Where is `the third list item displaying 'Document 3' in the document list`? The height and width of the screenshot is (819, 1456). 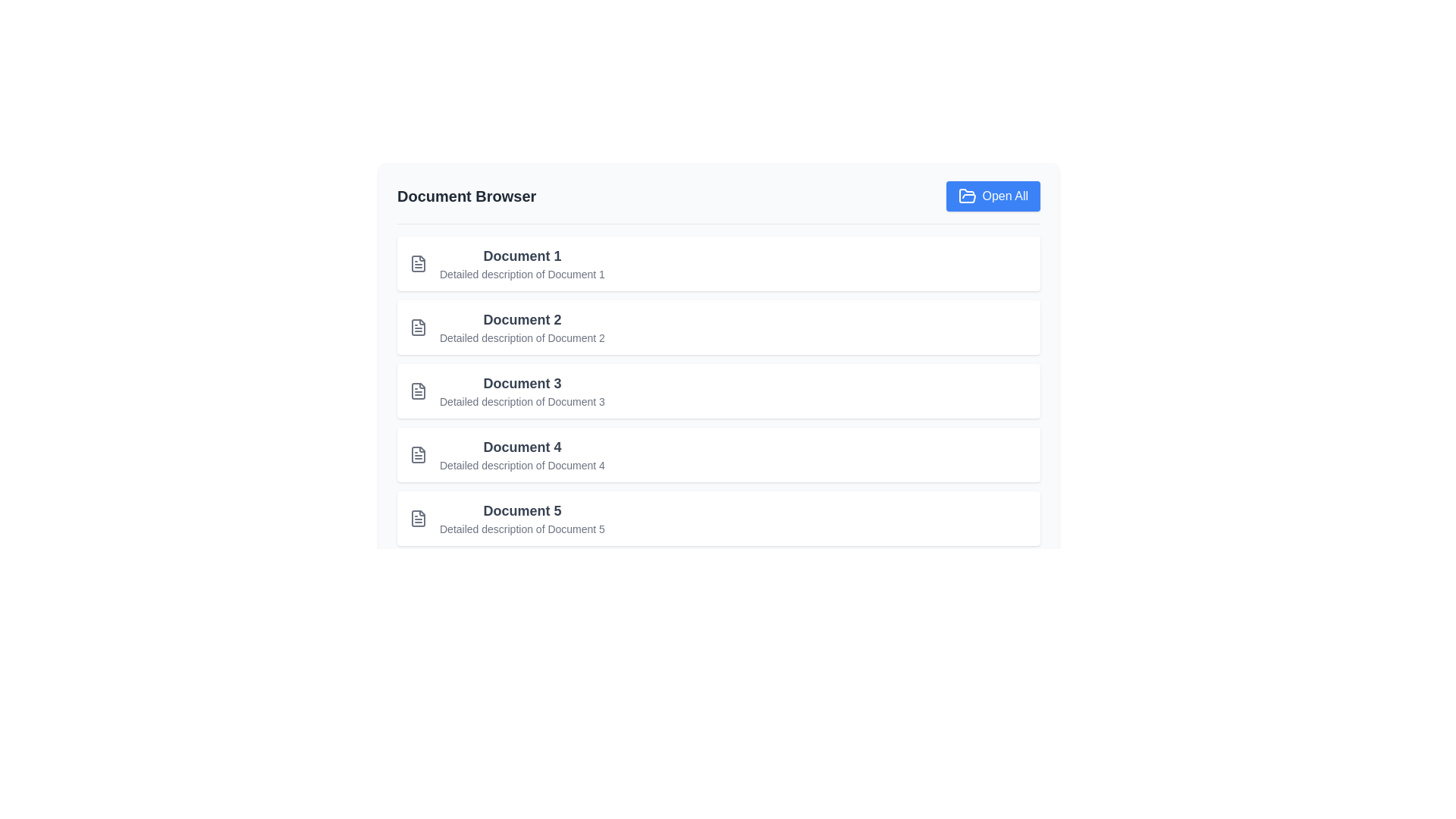
the third list item displaying 'Document 3' in the document list is located at coordinates (718, 391).